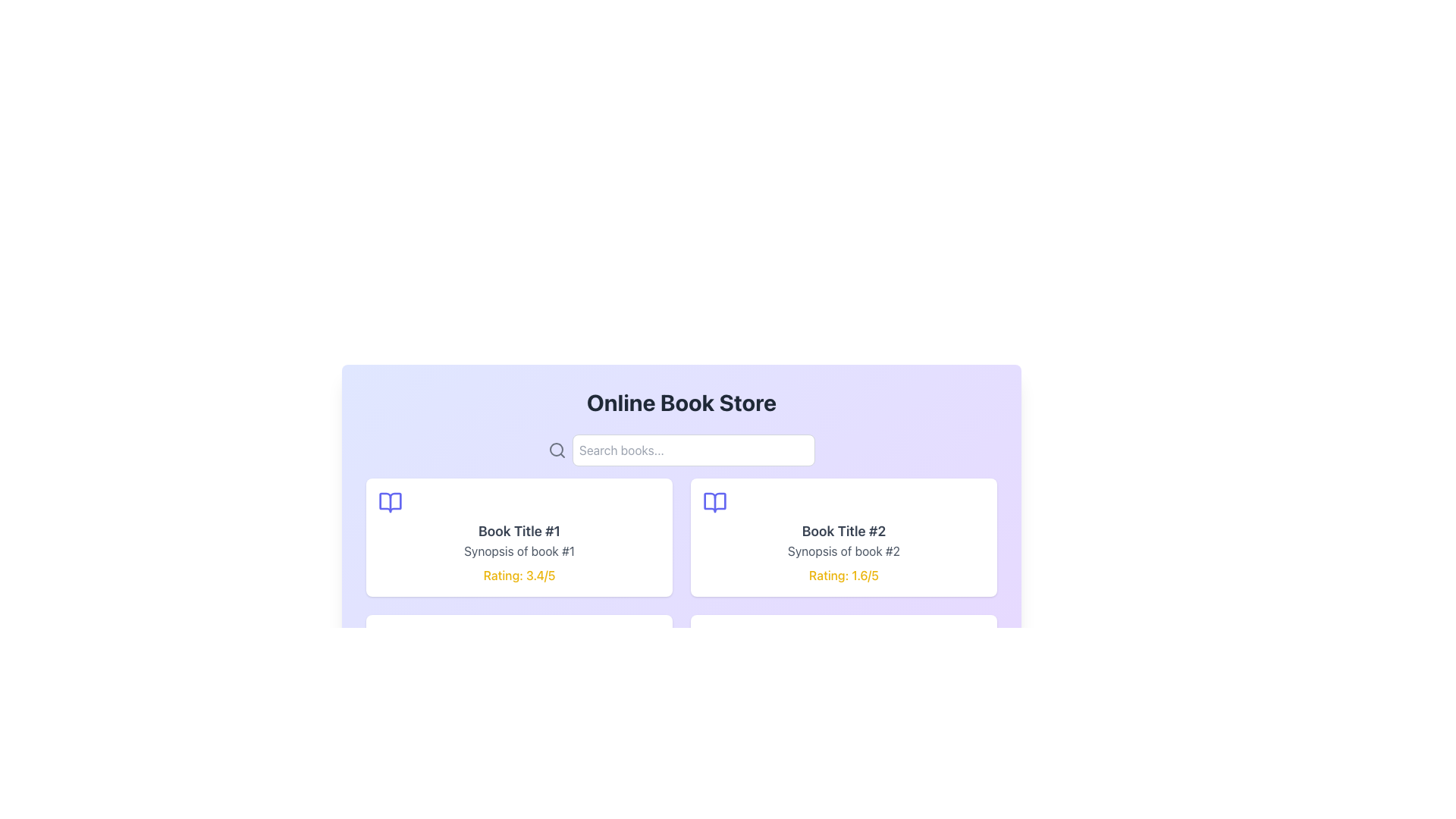  What do you see at coordinates (390, 503) in the screenshot?
I see `the book icon with a purple outline located in the top-left corner of the card titled 'Book Title #1'` at bounding box center [390, 503].